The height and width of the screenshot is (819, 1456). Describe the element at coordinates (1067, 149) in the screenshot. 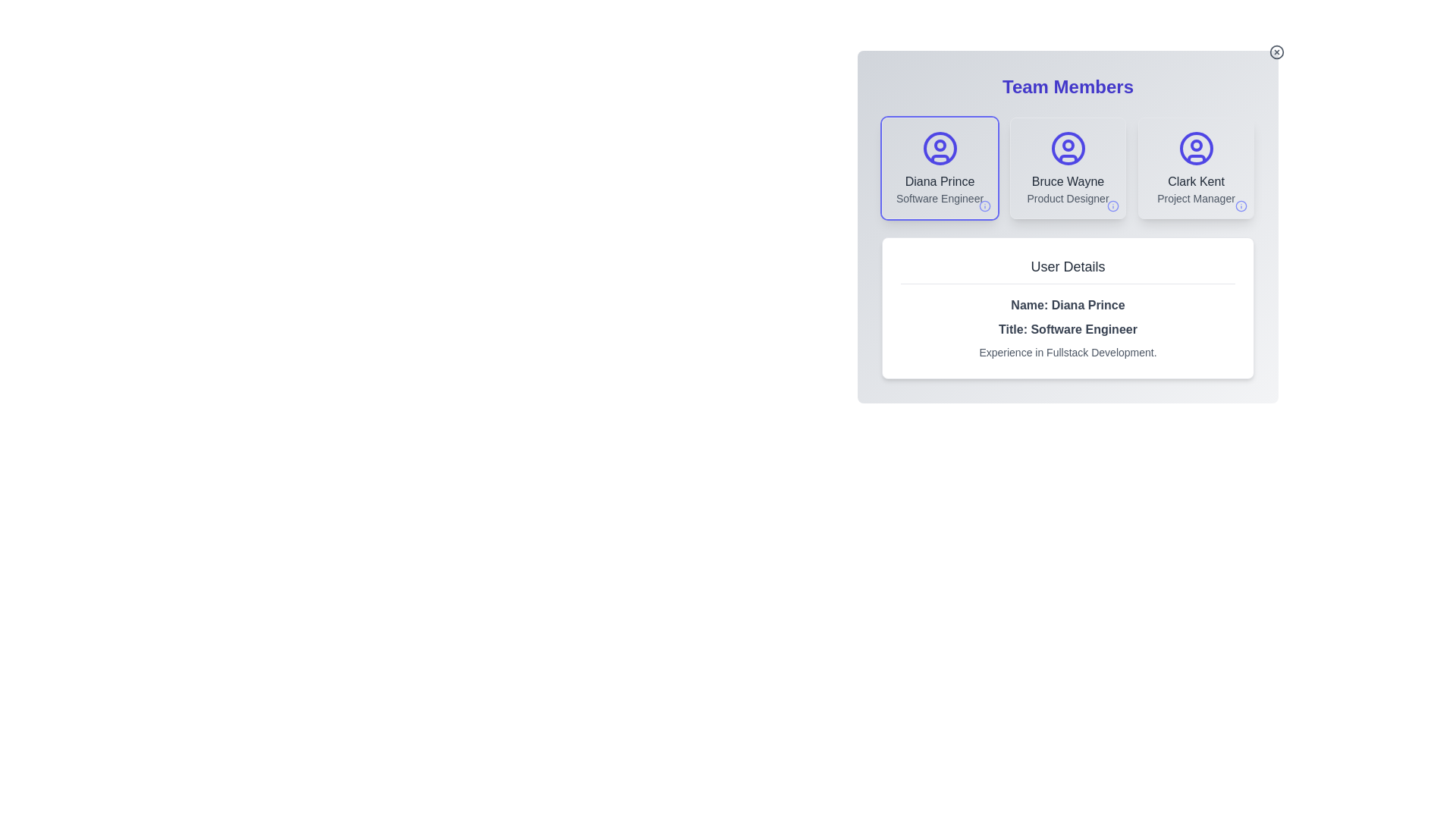

I see `the circular indigo user icon representing Bruce Wayne's profile in the second team member card labeled 'Bruce Wayne' with subtitle 'Product Designer'` at that location.